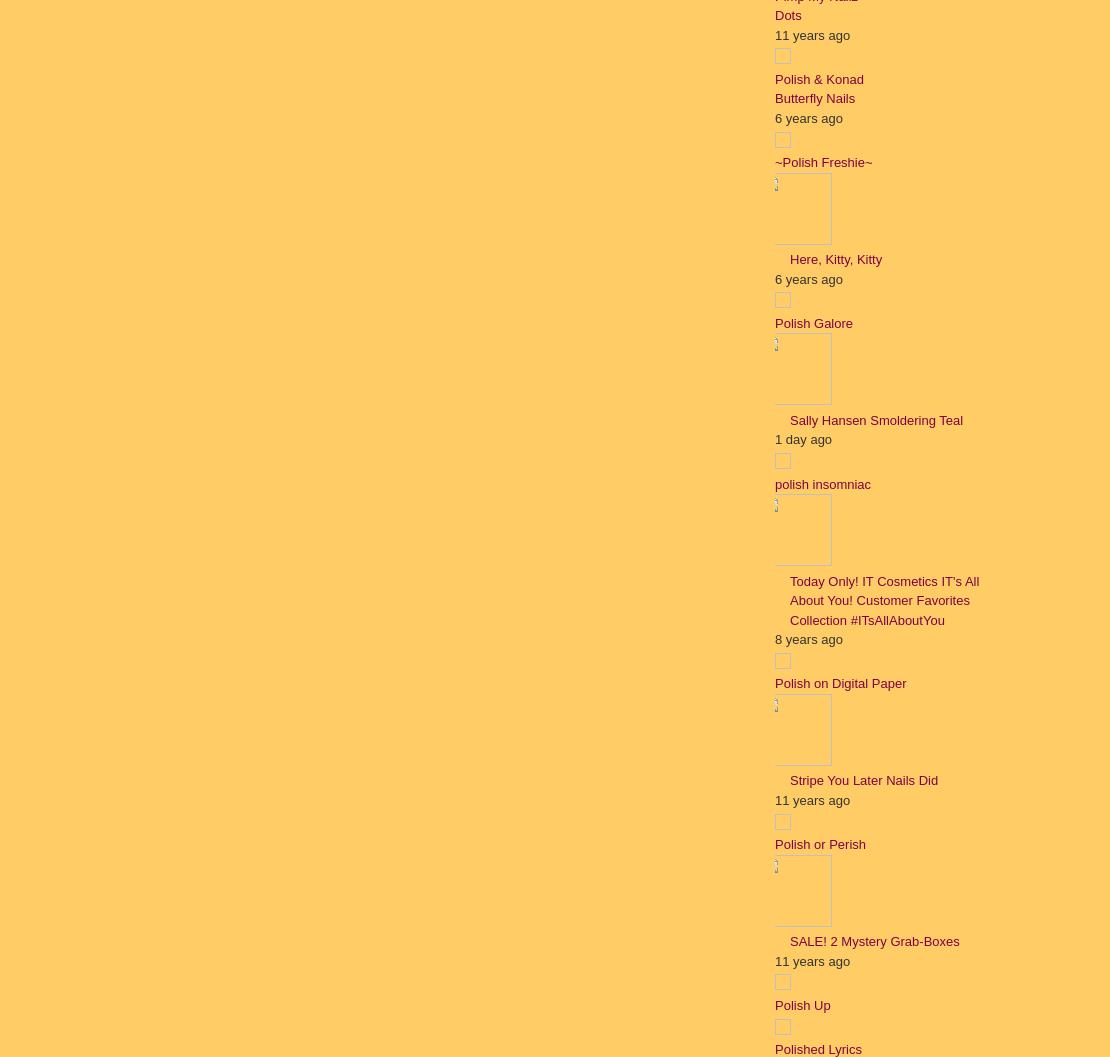 The image size is (1110, 1057). Describe the element at coordinates (803, 438) in the screenshot. I see `'1 day ago'` at that location.